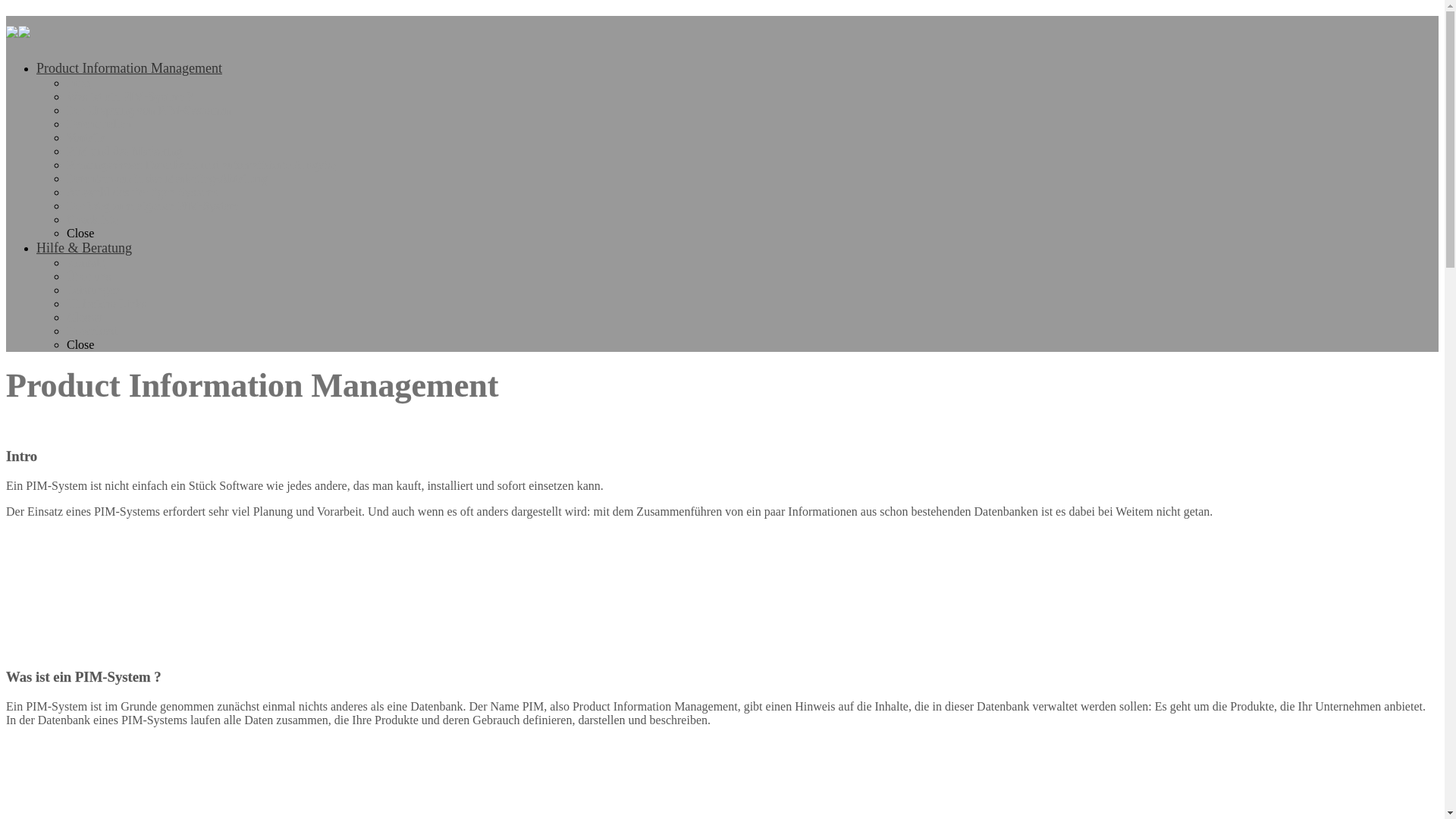 The height and width of the screenshot is (819, 1456). I want to click on 'Kontakt', so click(65, 262).